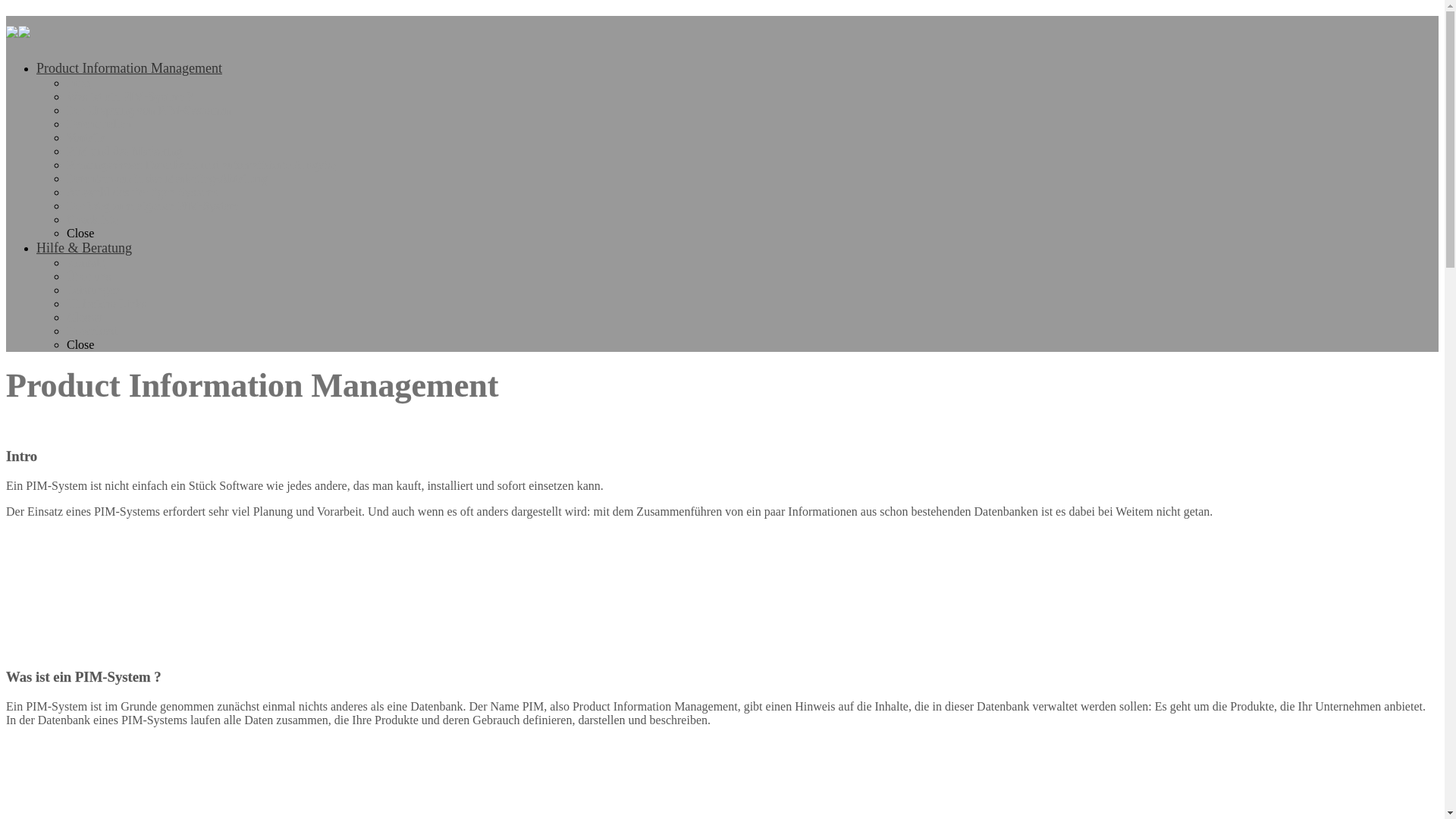 The height and width of the screenshot is (819, 1456). I want to click on 'Kontakt', so click(65, 262).